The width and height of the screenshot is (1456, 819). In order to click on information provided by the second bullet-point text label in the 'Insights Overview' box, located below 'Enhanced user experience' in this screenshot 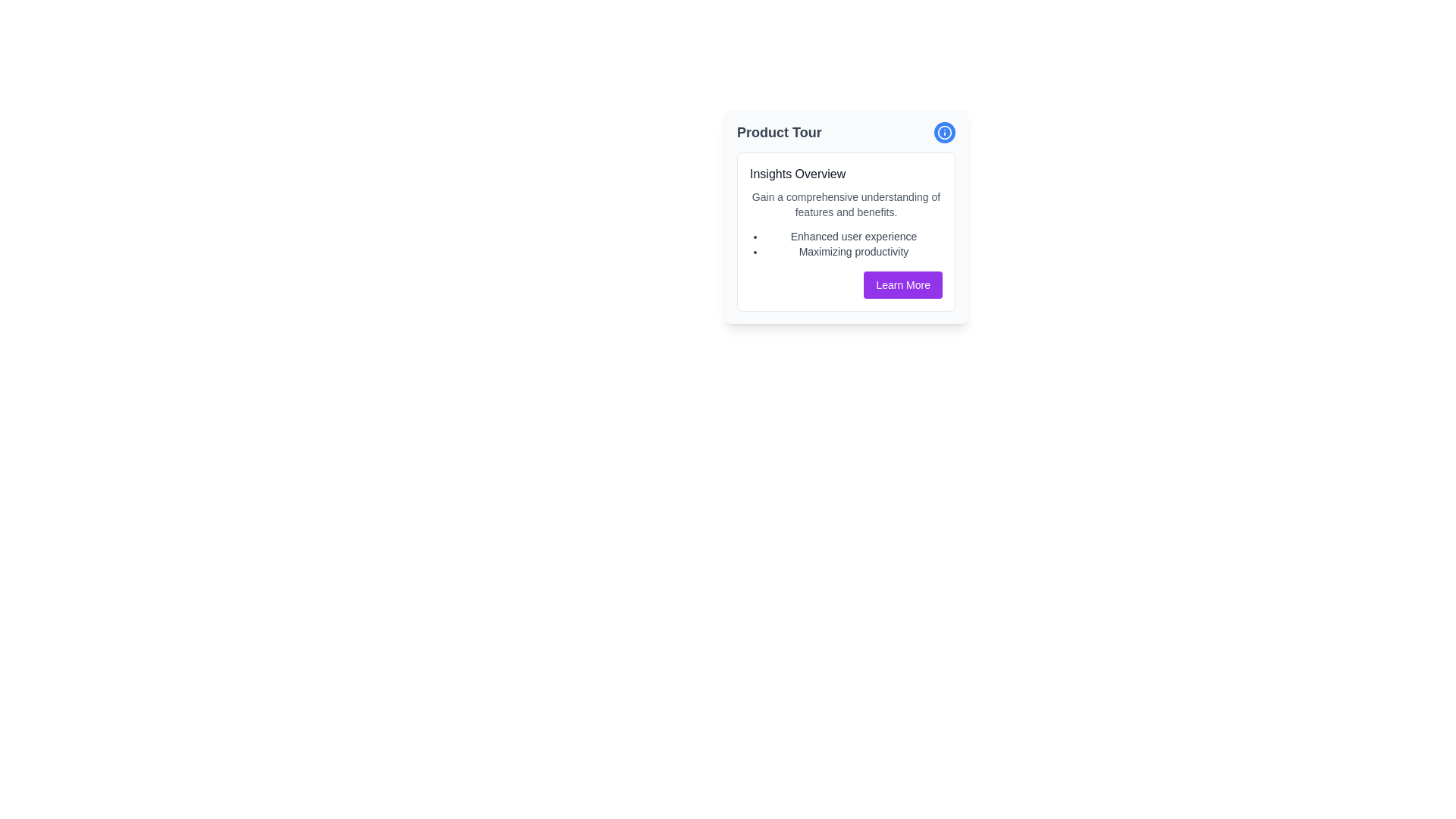, I will do `click(854, 250)`.